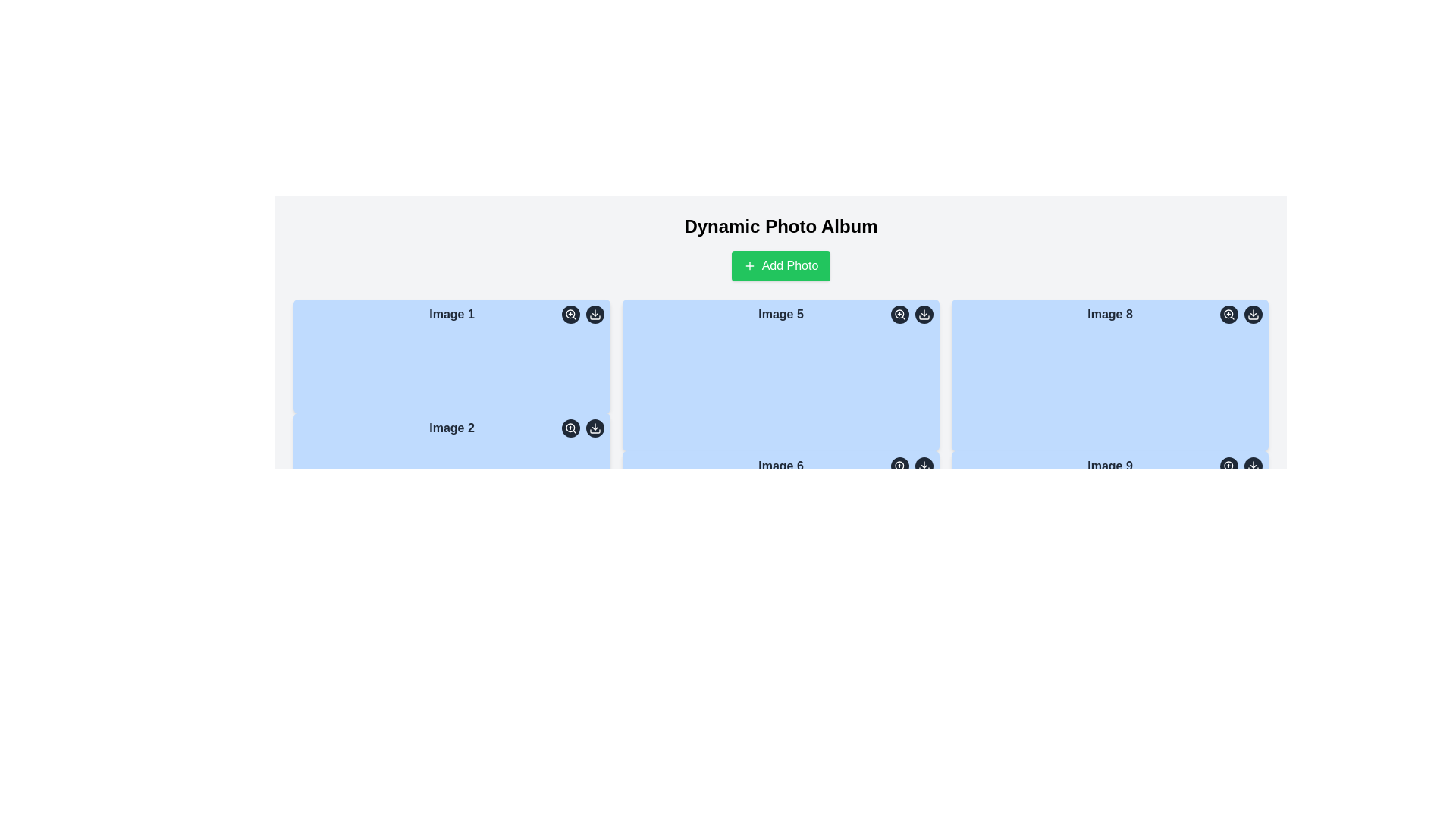  Describe the element at coordinates (1228, 464) in the screenshot. I see `the small circular shape representing the magnifying glass with a plus symbol inside, located in the bottom-right corner of 'Image 9'` at that location.